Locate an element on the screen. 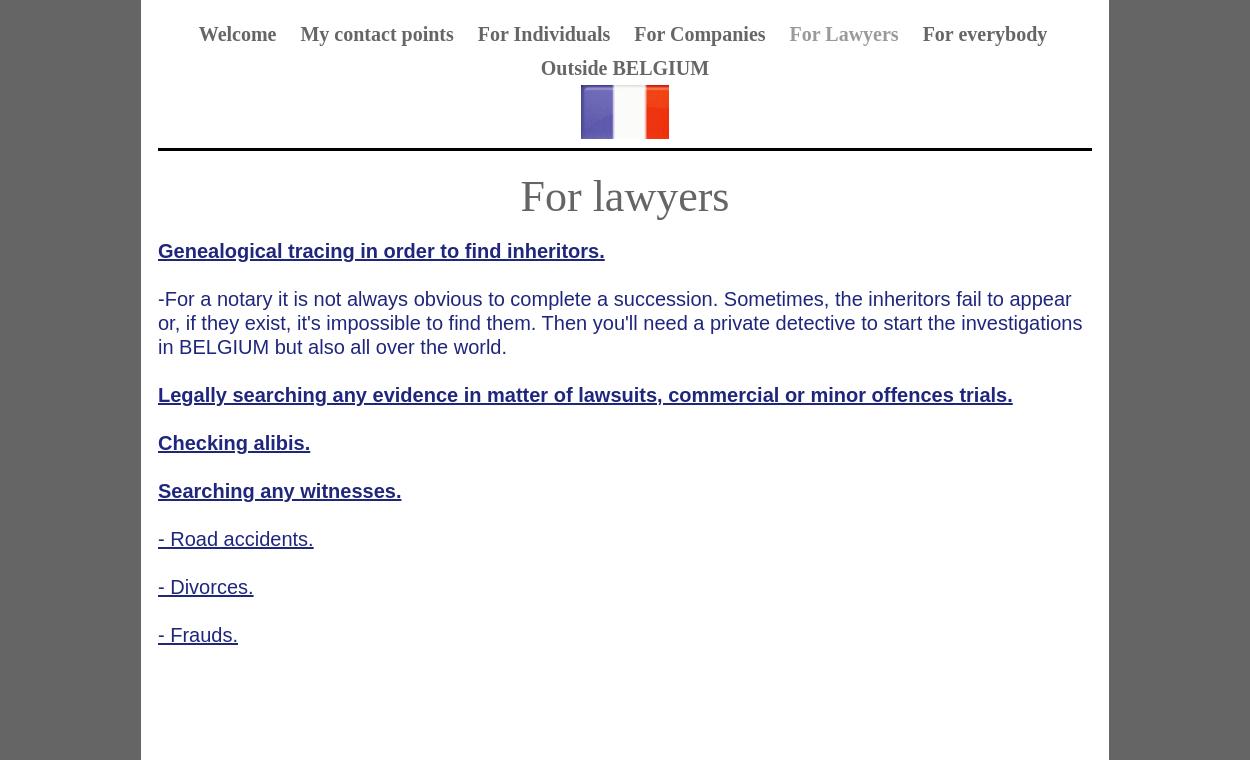  'Outside BELGIUM' is located at coordinates (623, 67).